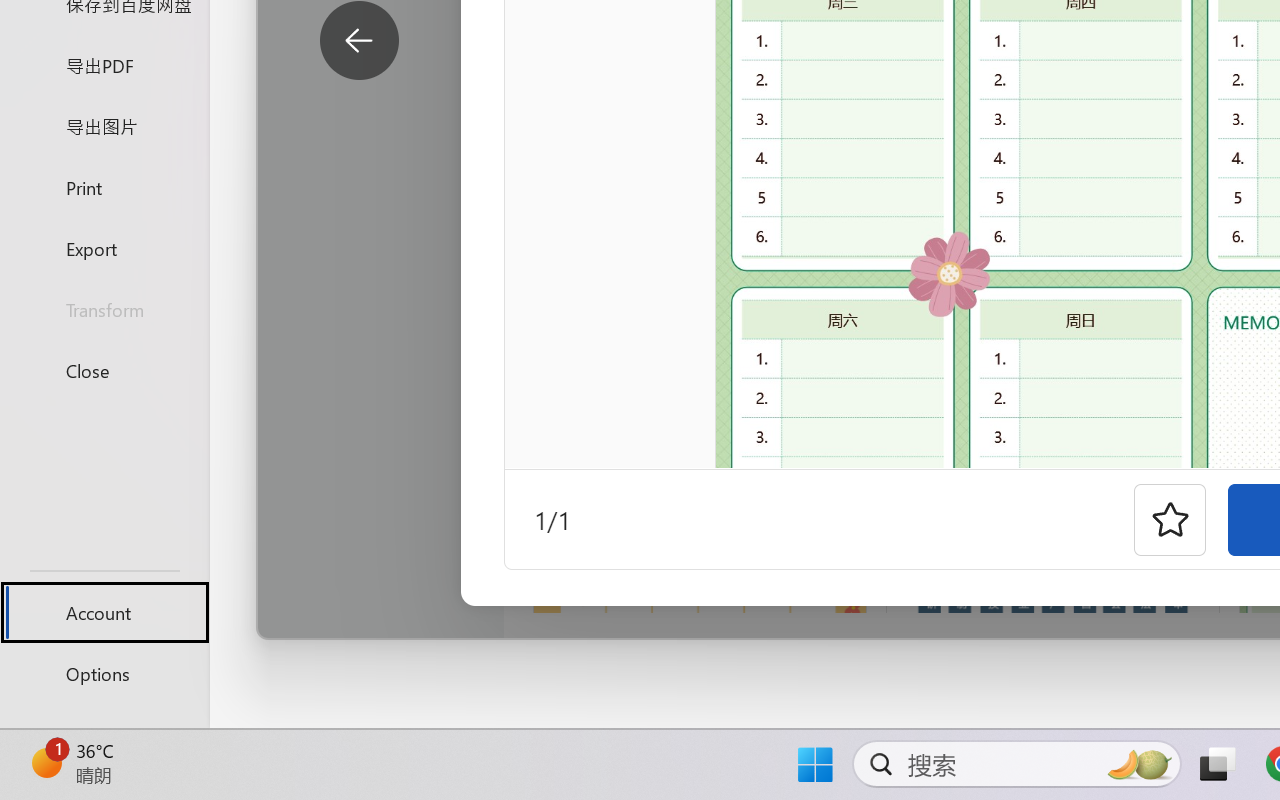 The image size is (1280, 800). What do you see at coordinates (103, 186) in the screenshot?
I see `'Print'` at bounding box center [103, 186].